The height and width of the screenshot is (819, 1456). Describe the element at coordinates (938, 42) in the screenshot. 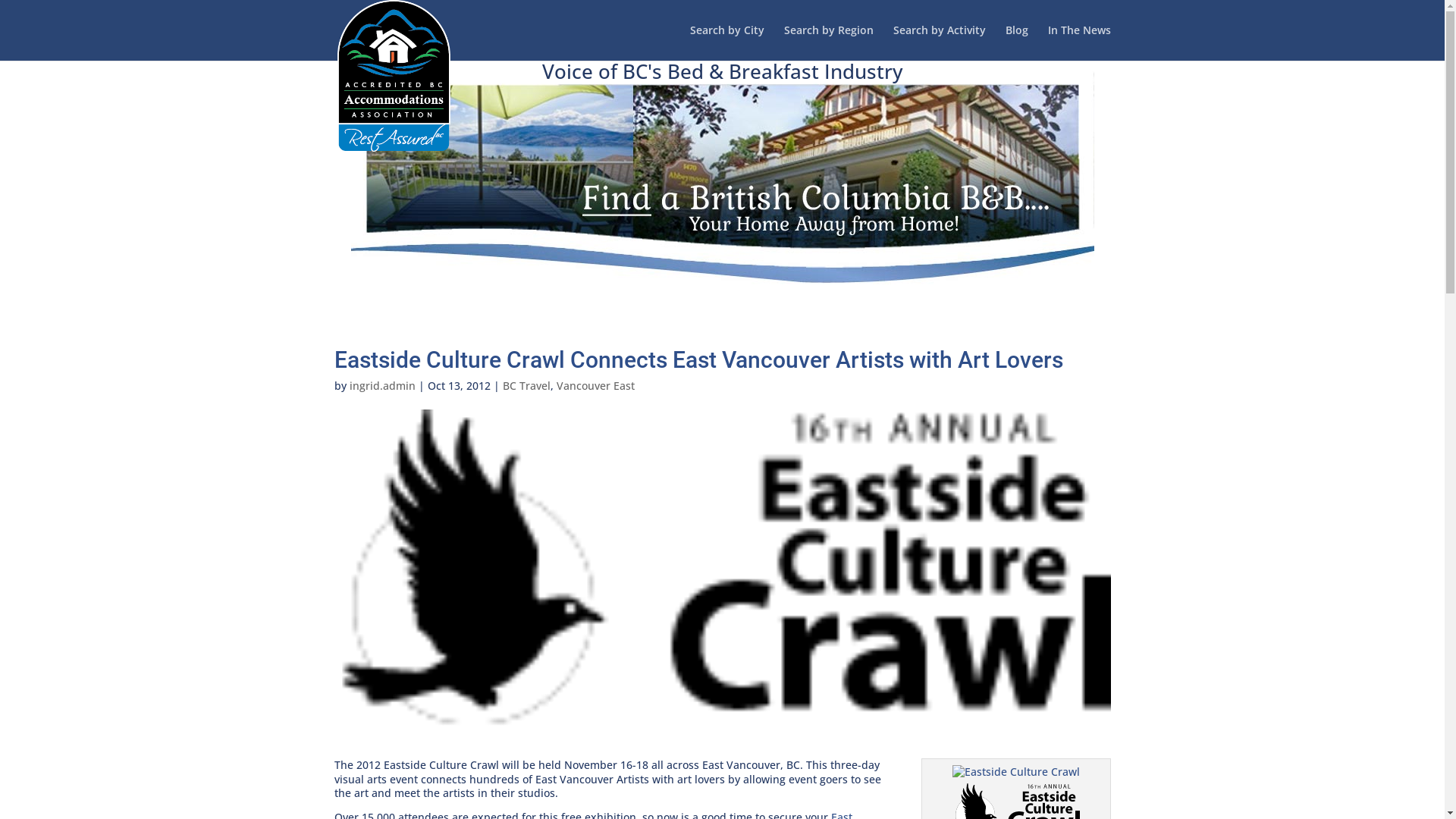

I see `'Search by Activity'` at that location.